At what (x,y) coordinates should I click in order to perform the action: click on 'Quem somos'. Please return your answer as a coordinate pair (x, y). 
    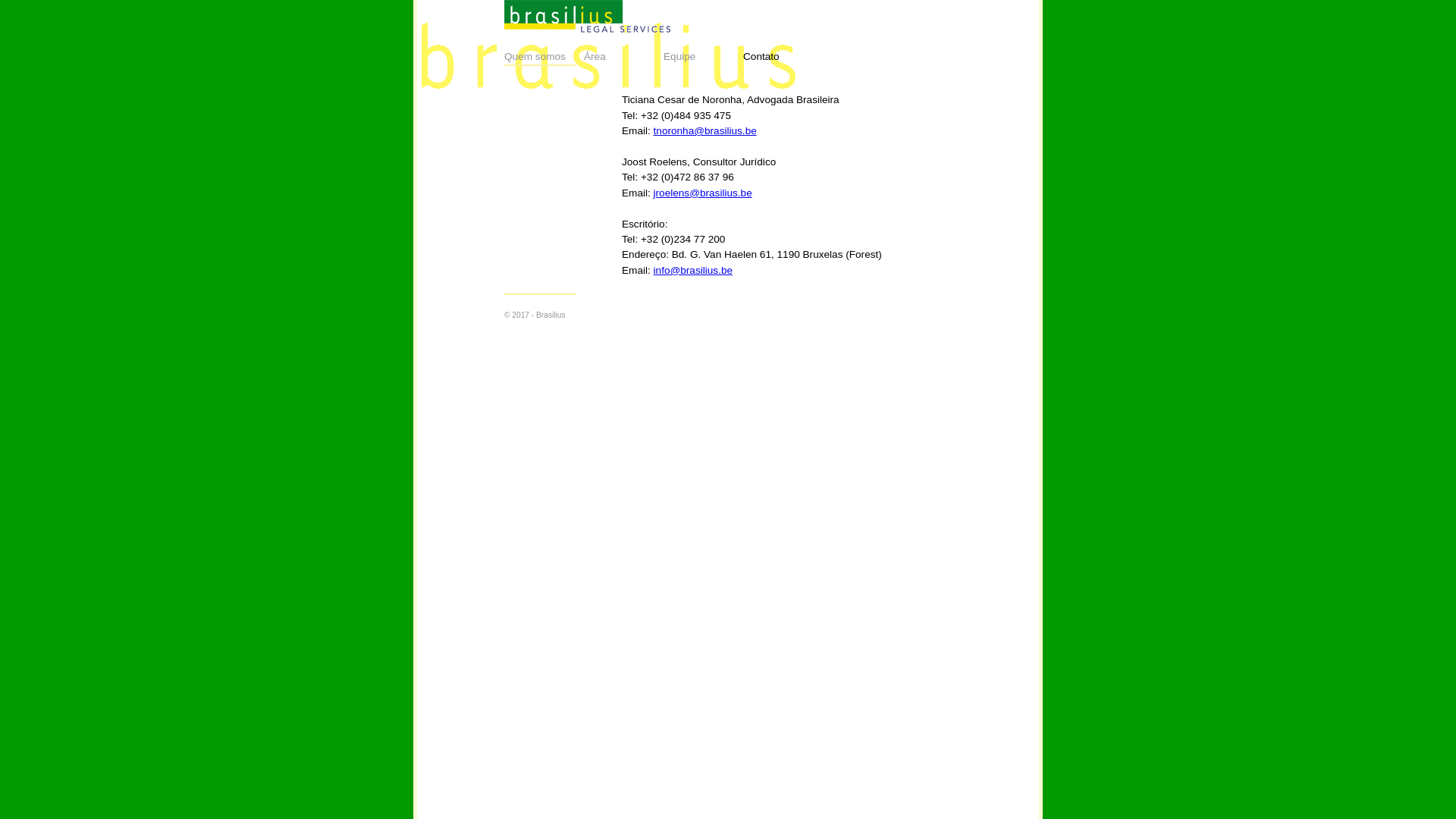
    Looking at the image, I should click on (544, 55).